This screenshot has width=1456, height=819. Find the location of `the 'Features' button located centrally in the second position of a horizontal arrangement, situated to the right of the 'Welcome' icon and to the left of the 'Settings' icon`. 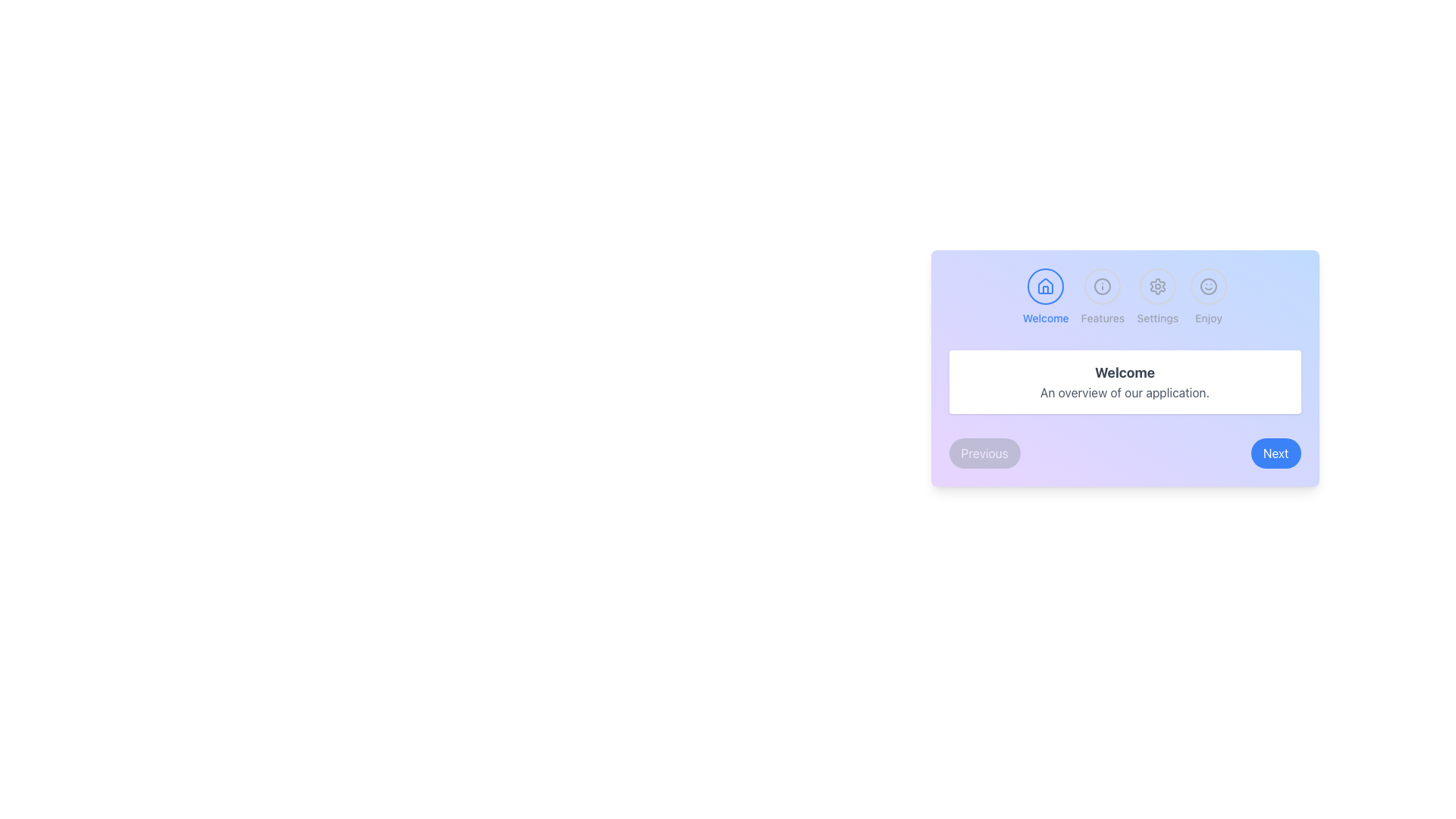

the 'Features' button located centrally in the second position of a horizontal arrangement, situated to the right of the 'Welcome' icon and to the left of the 'Settings' icon is located at coordinates (1103, 297).